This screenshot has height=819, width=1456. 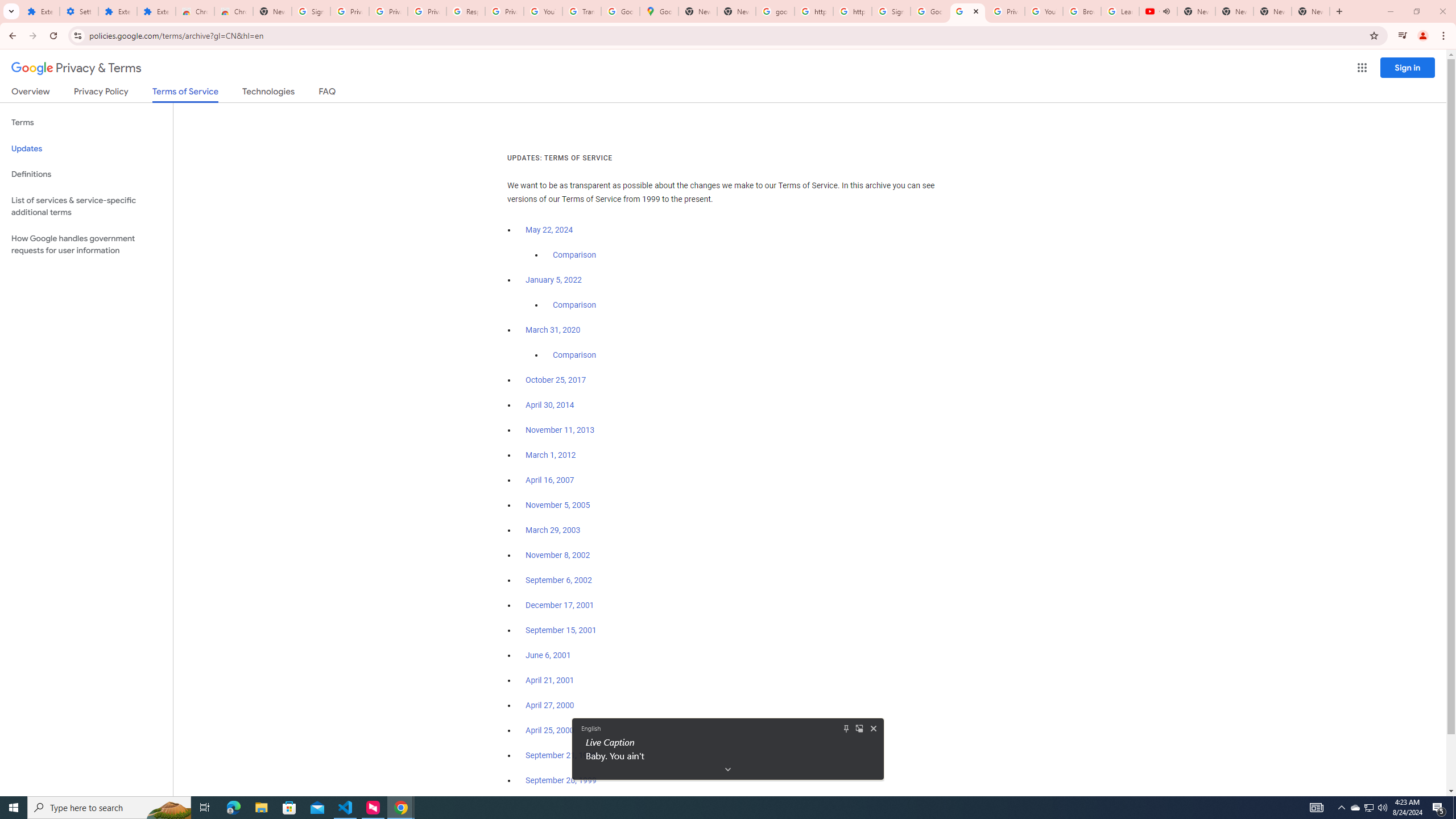 I want to click on 'Extensions', so click(x=156, y=11).